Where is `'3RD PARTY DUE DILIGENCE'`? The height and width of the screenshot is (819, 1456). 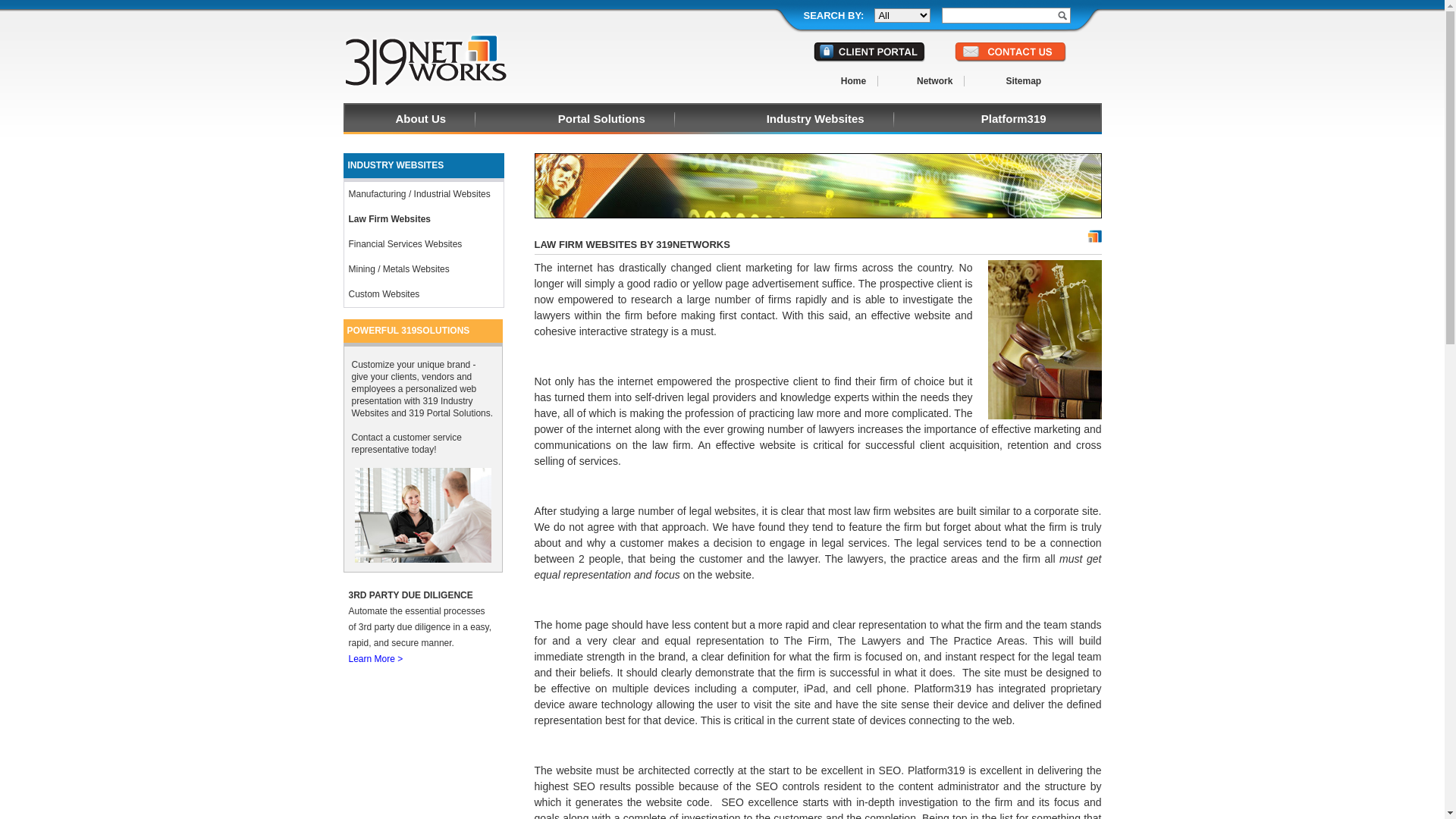 '3RD PARTY DUE DILIGENCE' is located at coordinates (411, 595).